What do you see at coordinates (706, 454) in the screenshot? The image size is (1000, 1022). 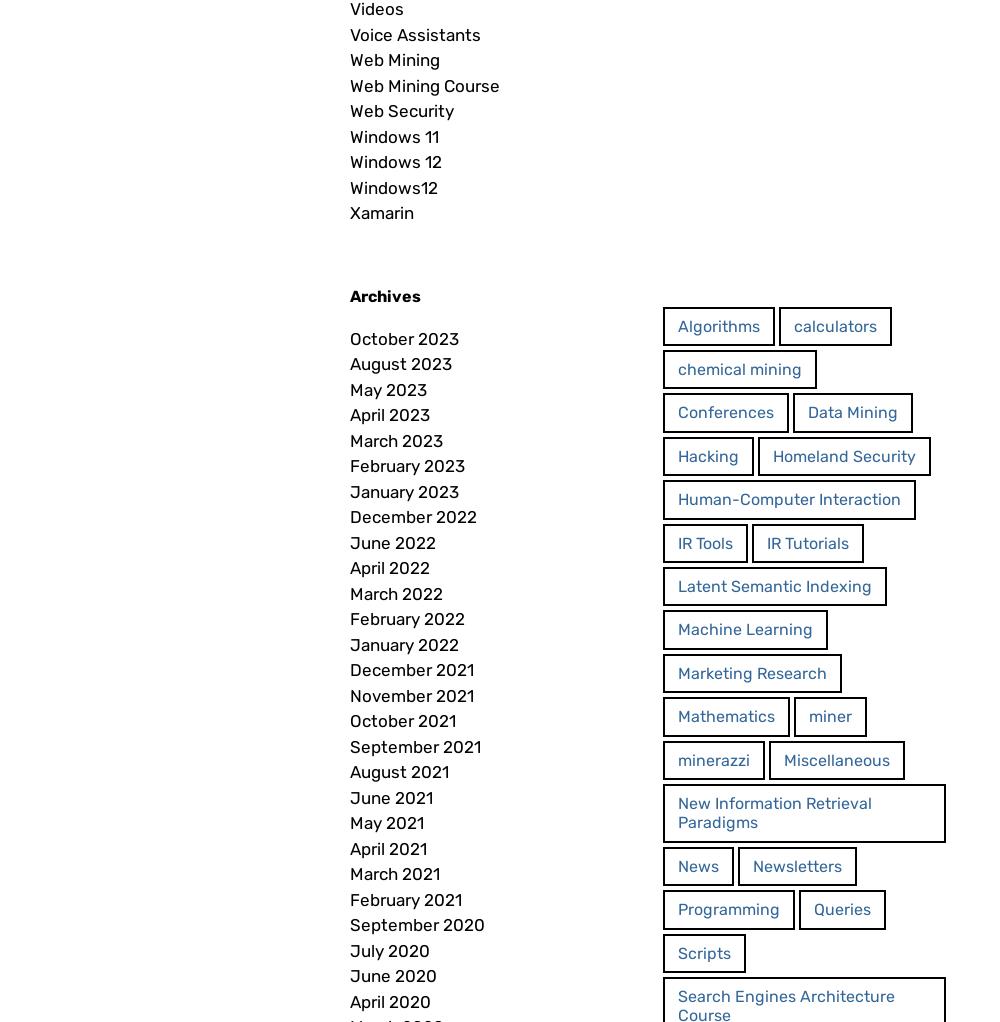 I see `'Hacking'` at bounding box center [706, 454].